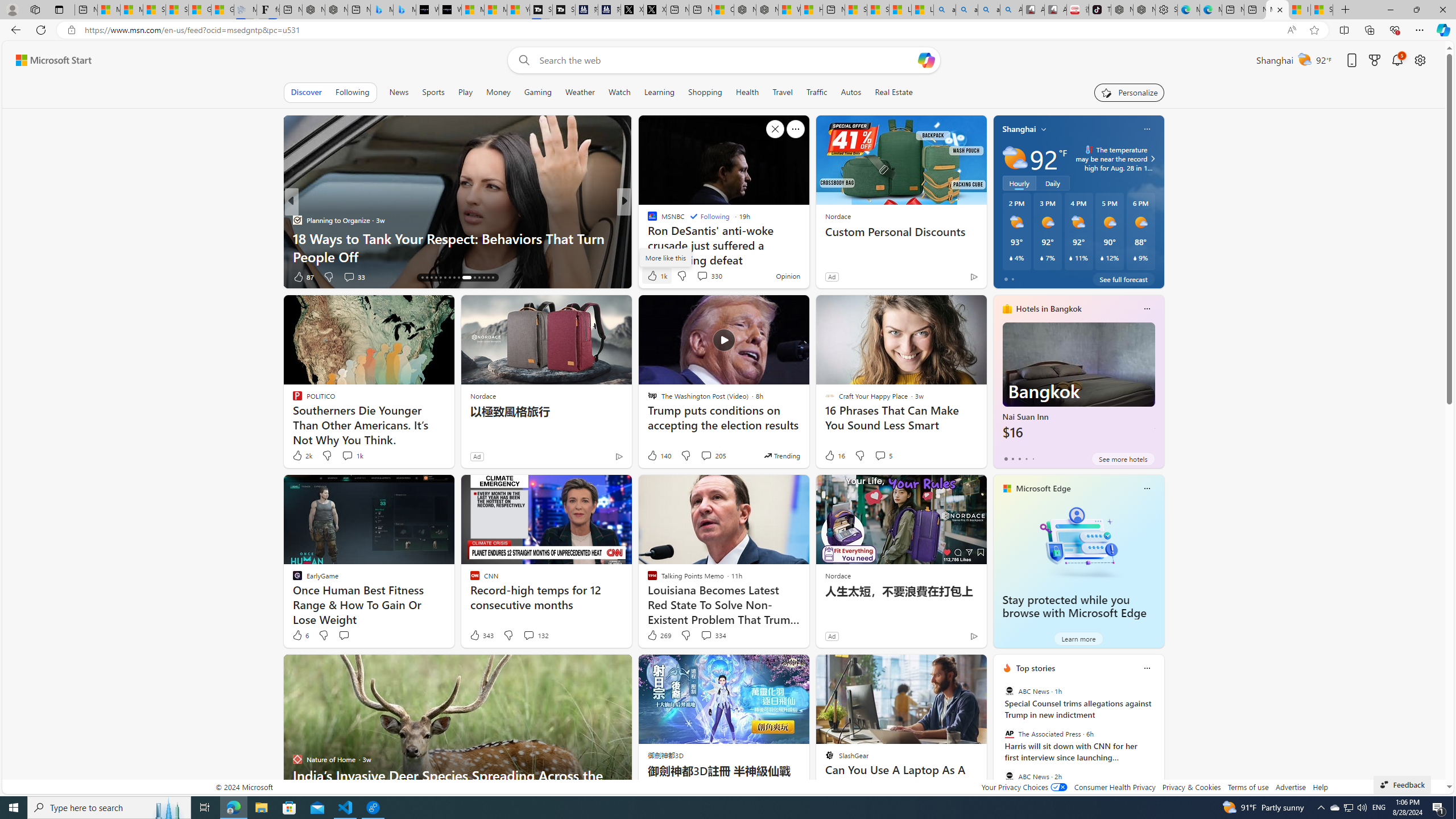 The height and width of the screenshot is (819, 1456). What do you see at coordinates (303, 276) in the screenshot?
I see `'87 Like'` at bounding box center [303, 276].